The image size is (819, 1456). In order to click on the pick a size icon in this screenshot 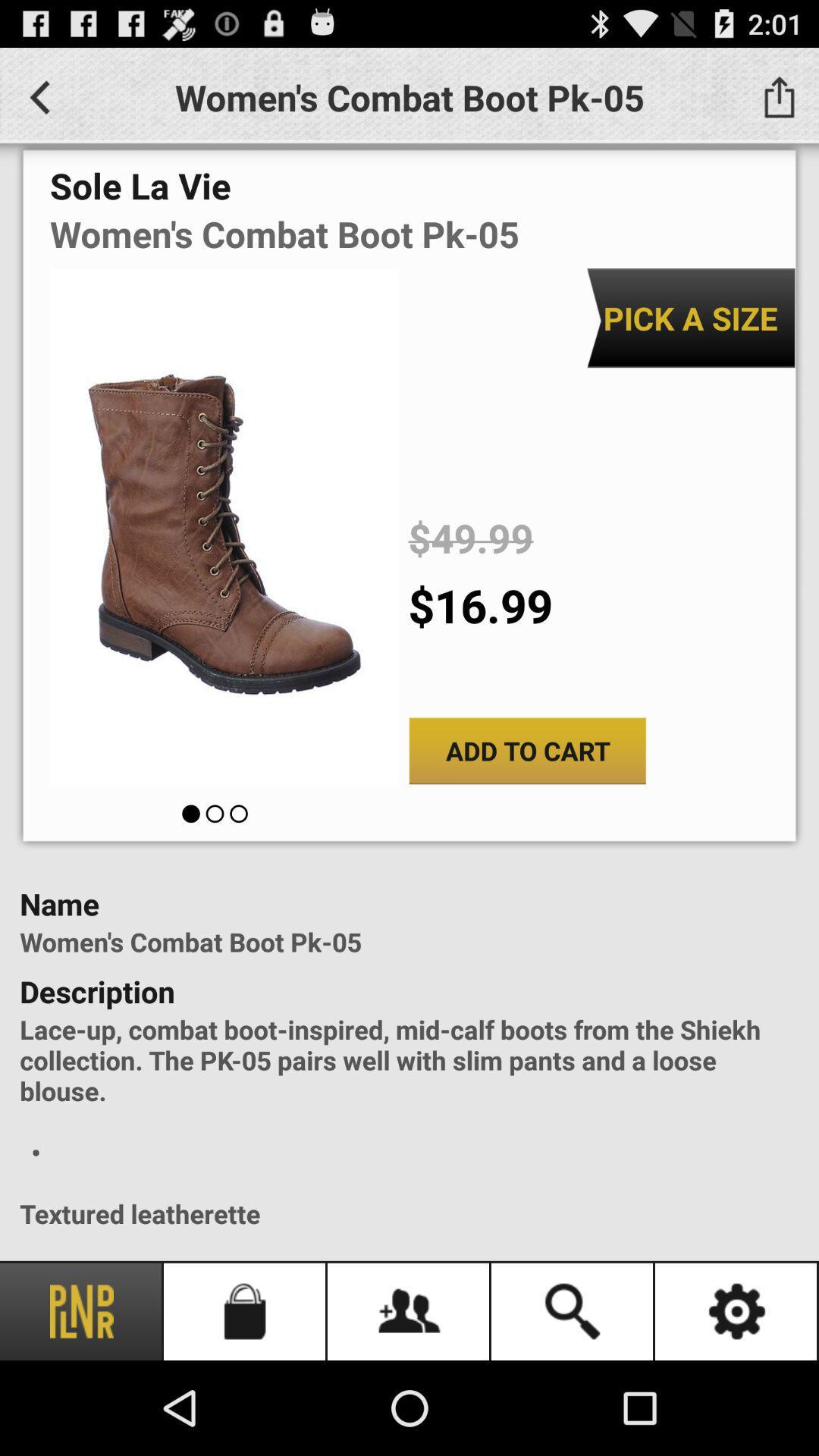, I will do `click(690, 317)`.